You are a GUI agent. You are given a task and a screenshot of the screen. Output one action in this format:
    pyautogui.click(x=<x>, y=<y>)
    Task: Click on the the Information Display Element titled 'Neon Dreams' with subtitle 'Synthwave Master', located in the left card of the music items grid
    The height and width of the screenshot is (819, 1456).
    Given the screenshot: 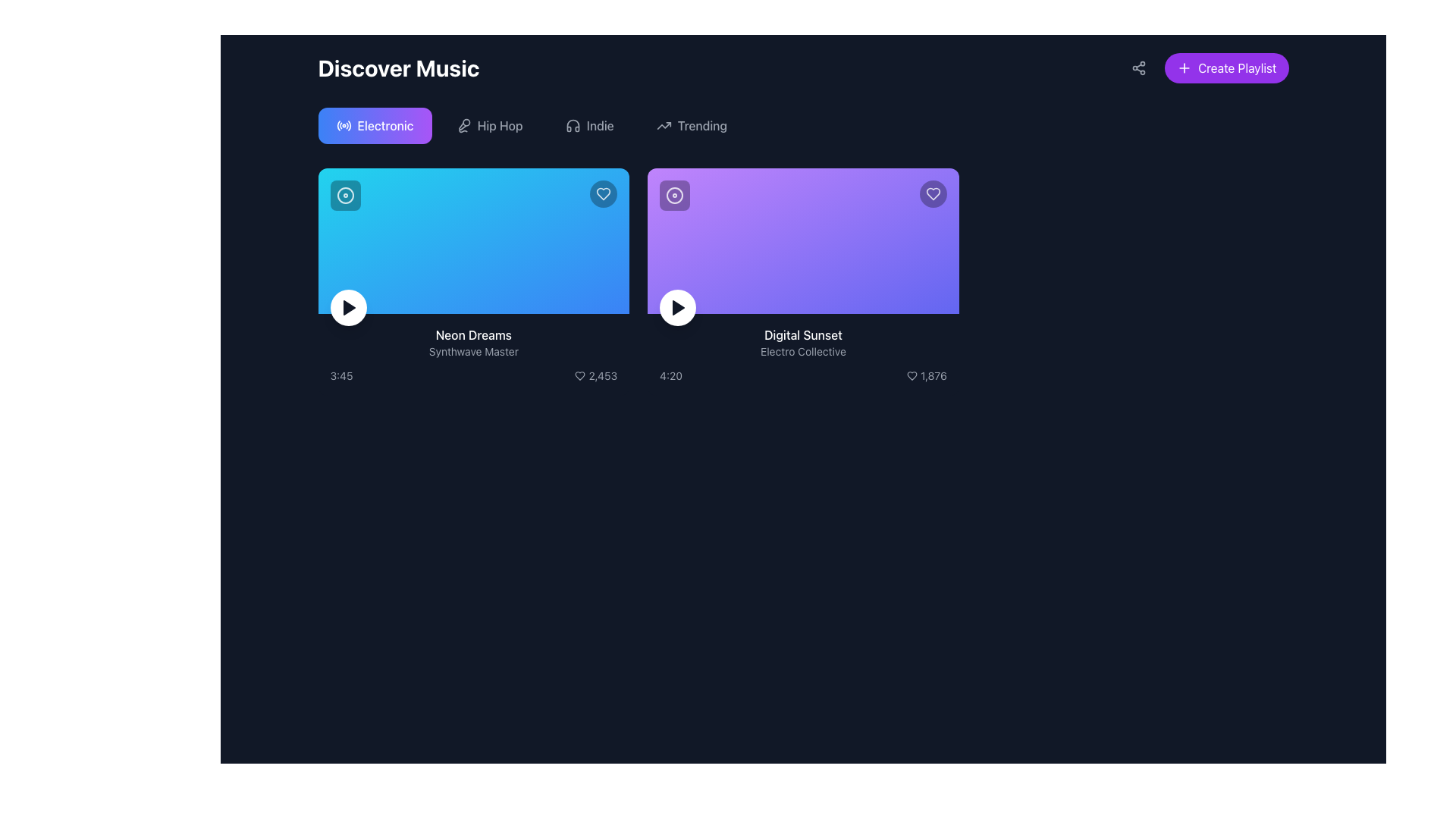 What is the action you would take?
    pyautogui.click(x=472, y=354)
    